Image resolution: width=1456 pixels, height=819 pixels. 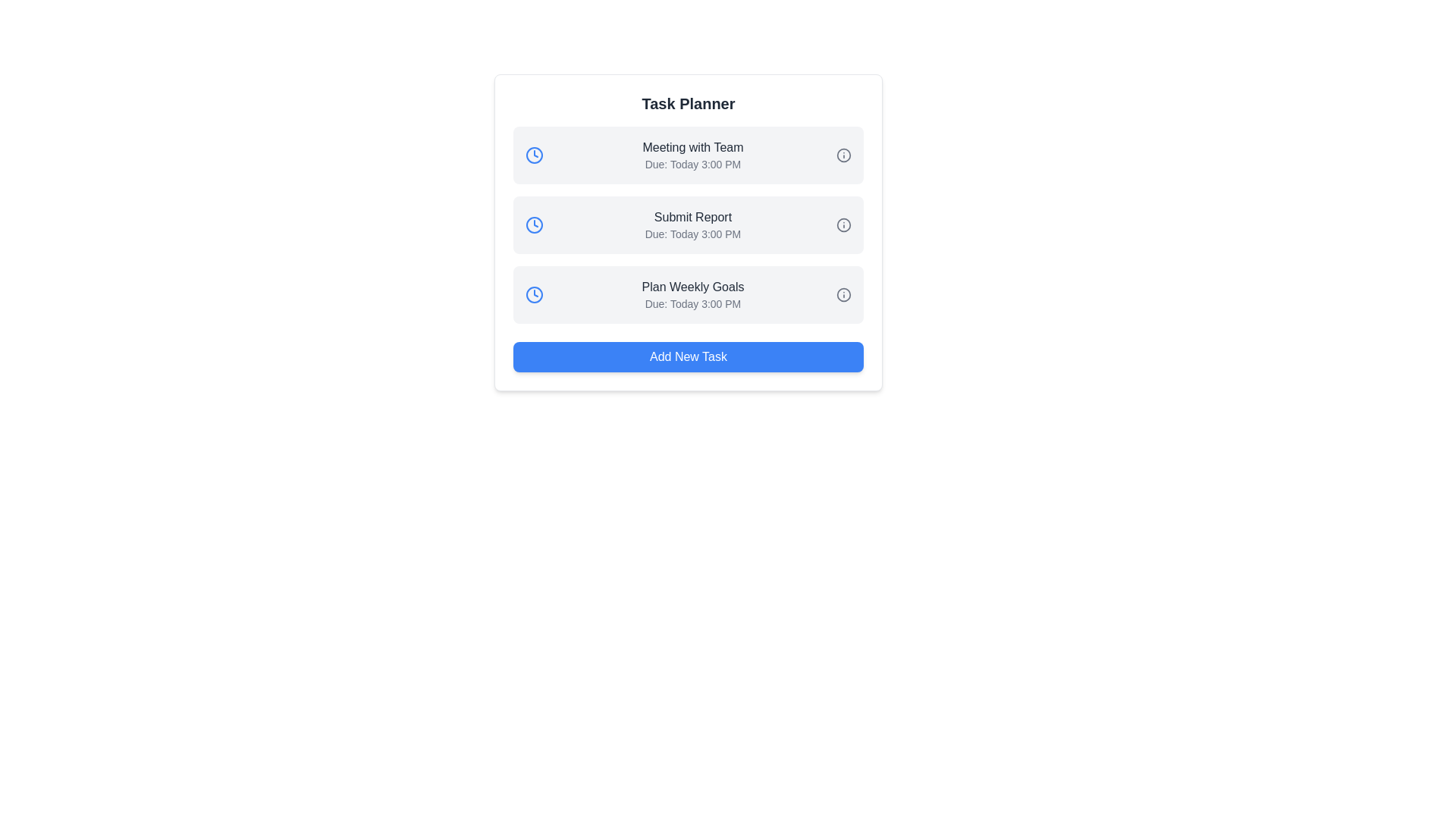 I want to click on the static text label indicating the deadline for the task titled 'Submit Report', located directly below the 'Submit Report' heading in the second task panel, so click(x=692, y=234).